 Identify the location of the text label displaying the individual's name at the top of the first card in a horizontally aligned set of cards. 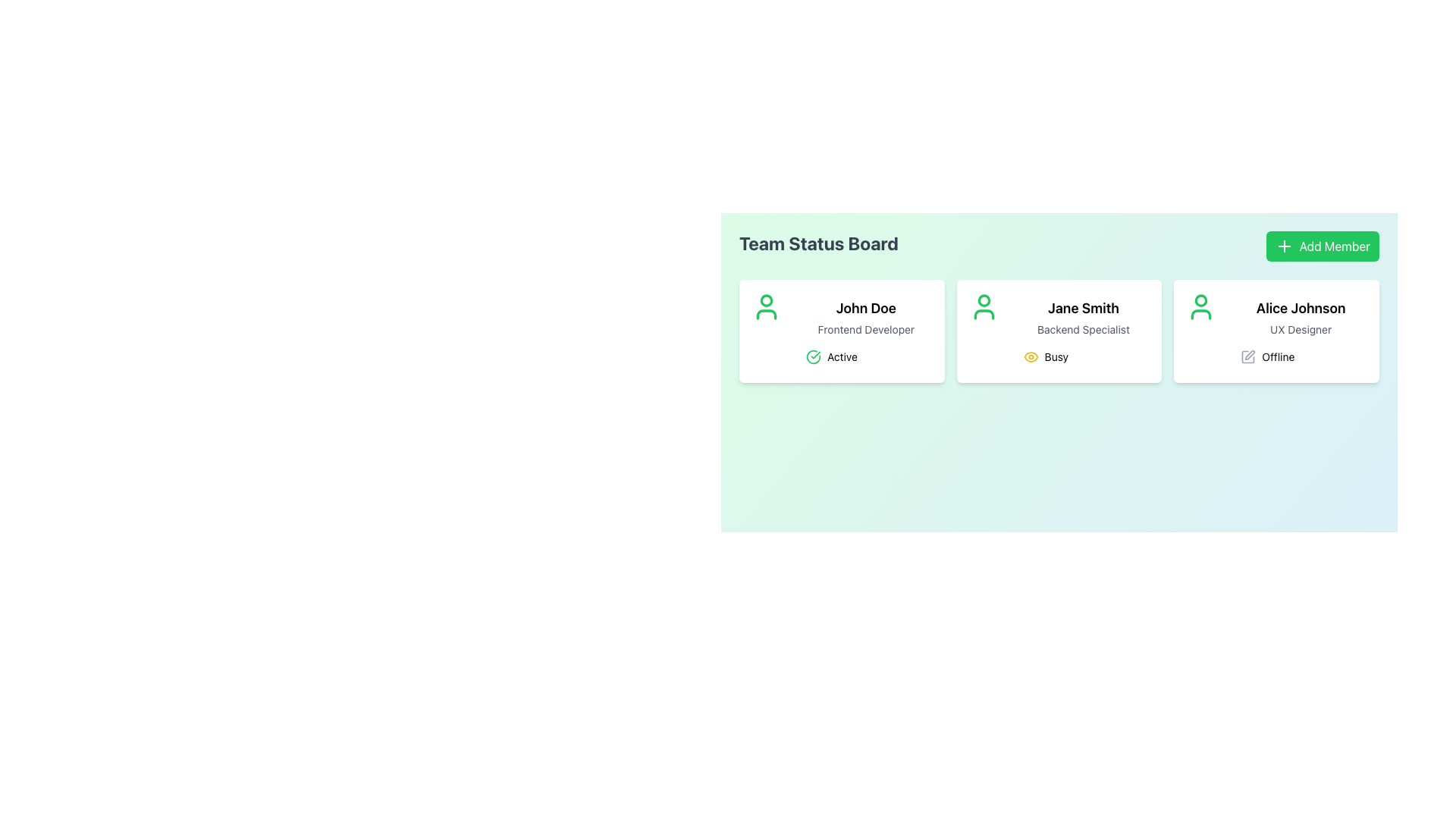
(866, 308).